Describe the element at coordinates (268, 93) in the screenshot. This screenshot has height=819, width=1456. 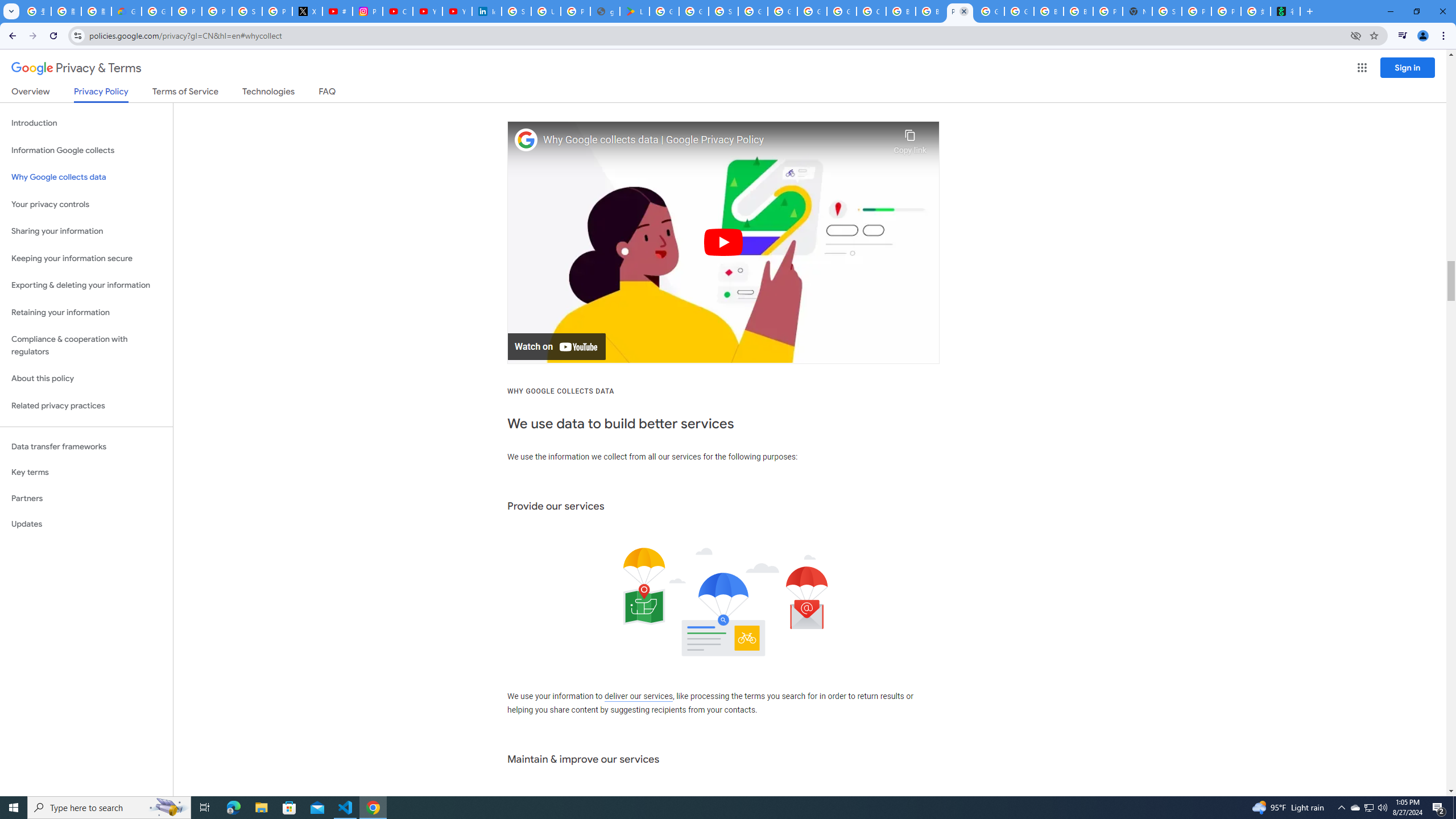
I see `'Technologies'` at that location.